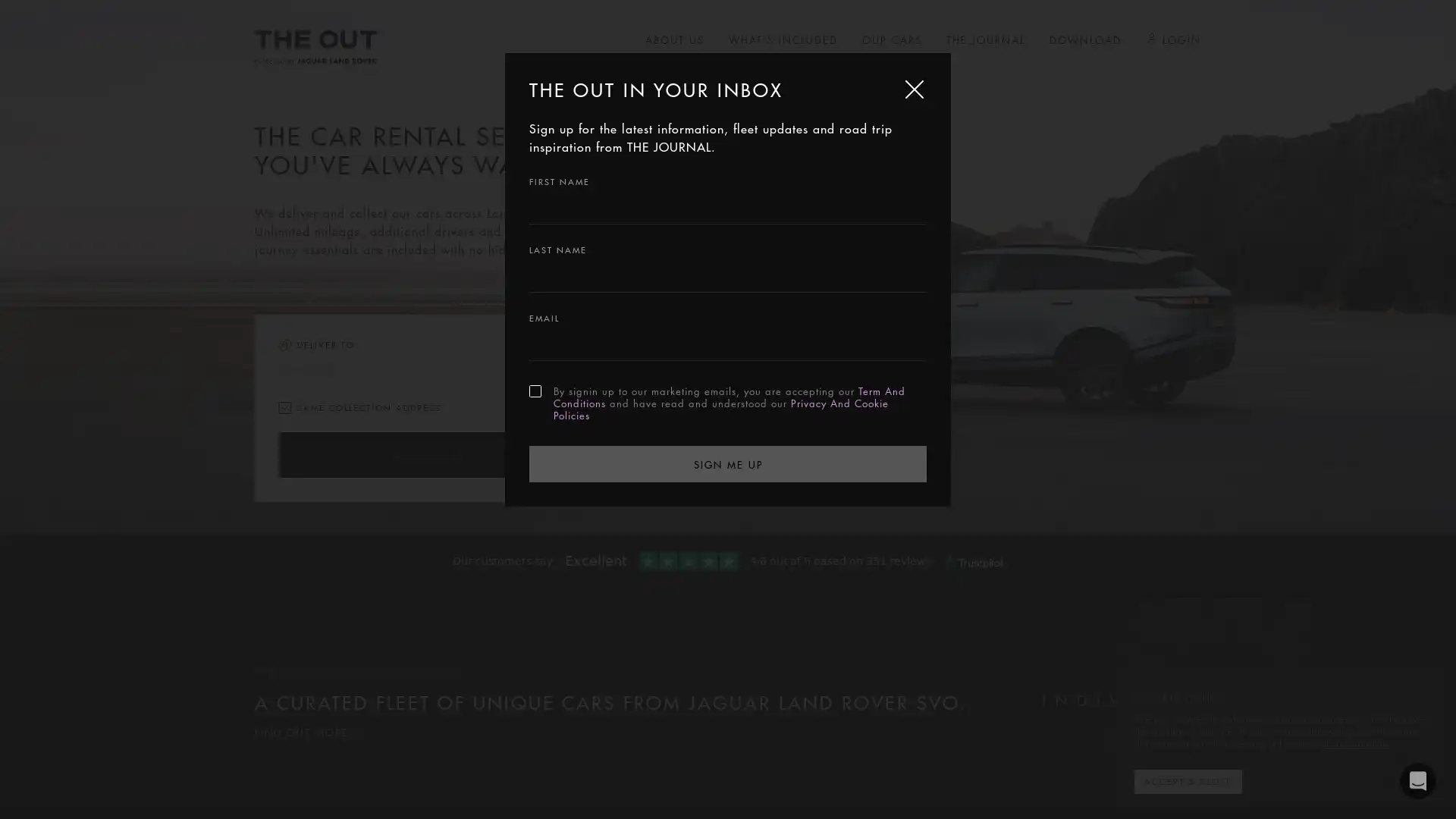 The width and height of the screenshot is (1456, 819). I want to click on CHOOSE CAR, so click(425, 454).